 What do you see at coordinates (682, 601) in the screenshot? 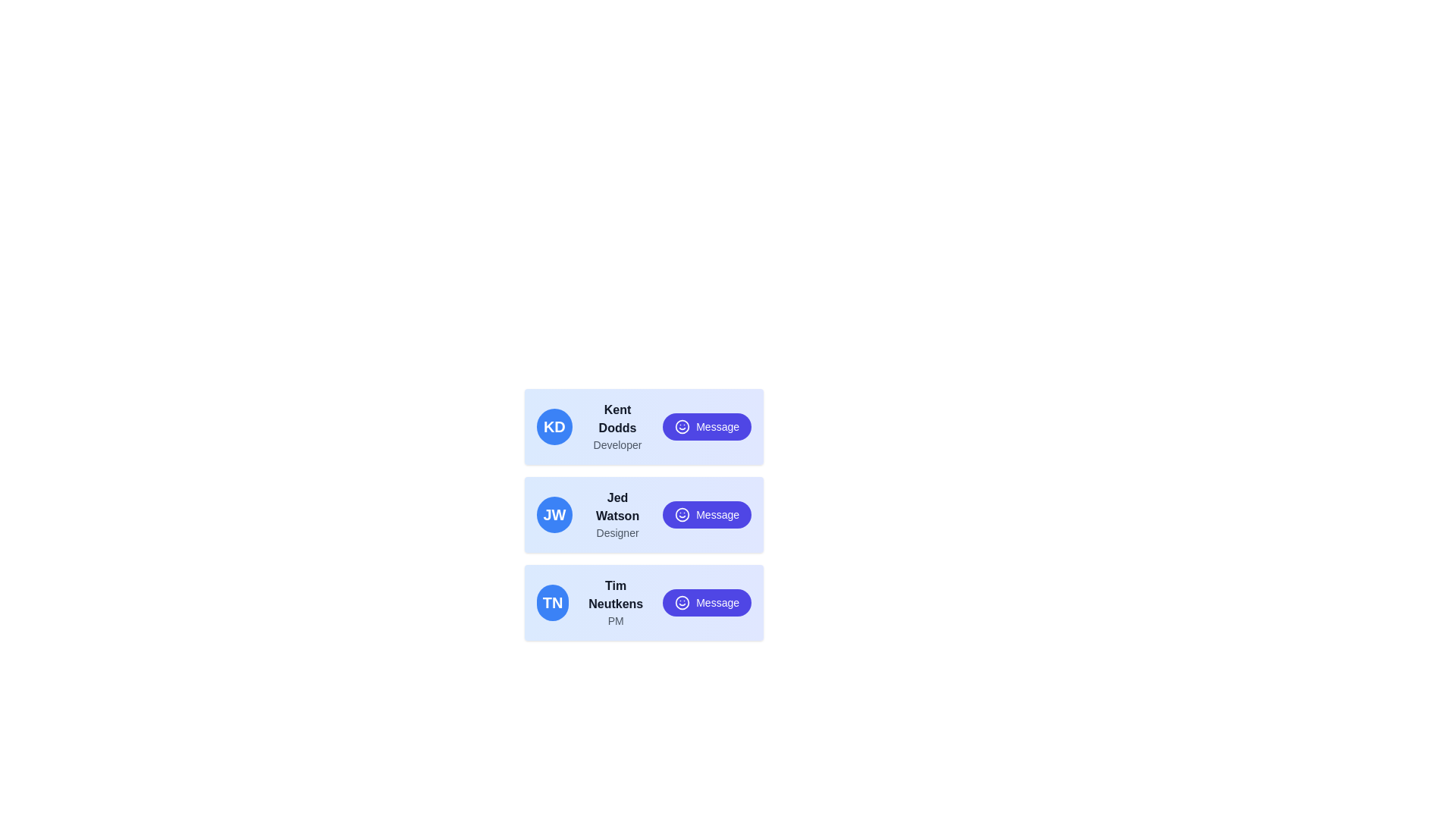
I see `the circular smiling face icon with a blue outline located to the left of the 'Message' button text for 'Tim Neutkens, PM'` at bounding box center [682, 601].